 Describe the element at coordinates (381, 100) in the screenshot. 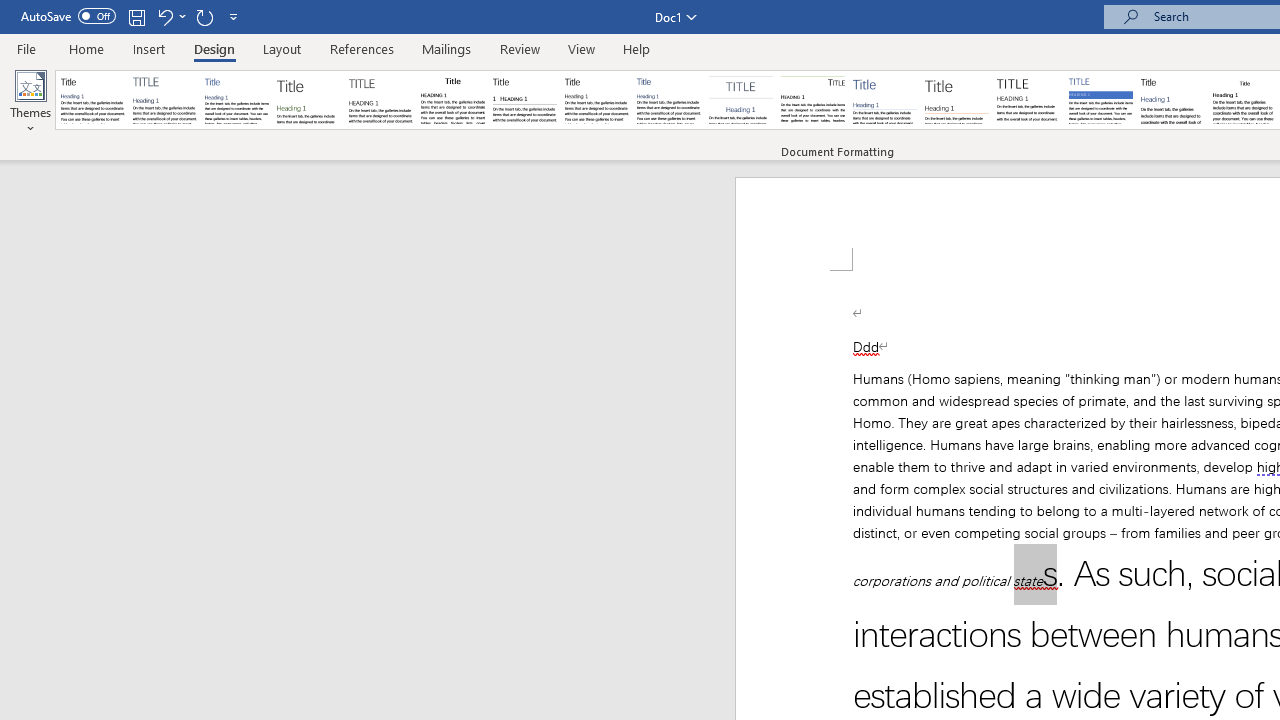

I see `'Black & White (Capitalized)'` at that location.